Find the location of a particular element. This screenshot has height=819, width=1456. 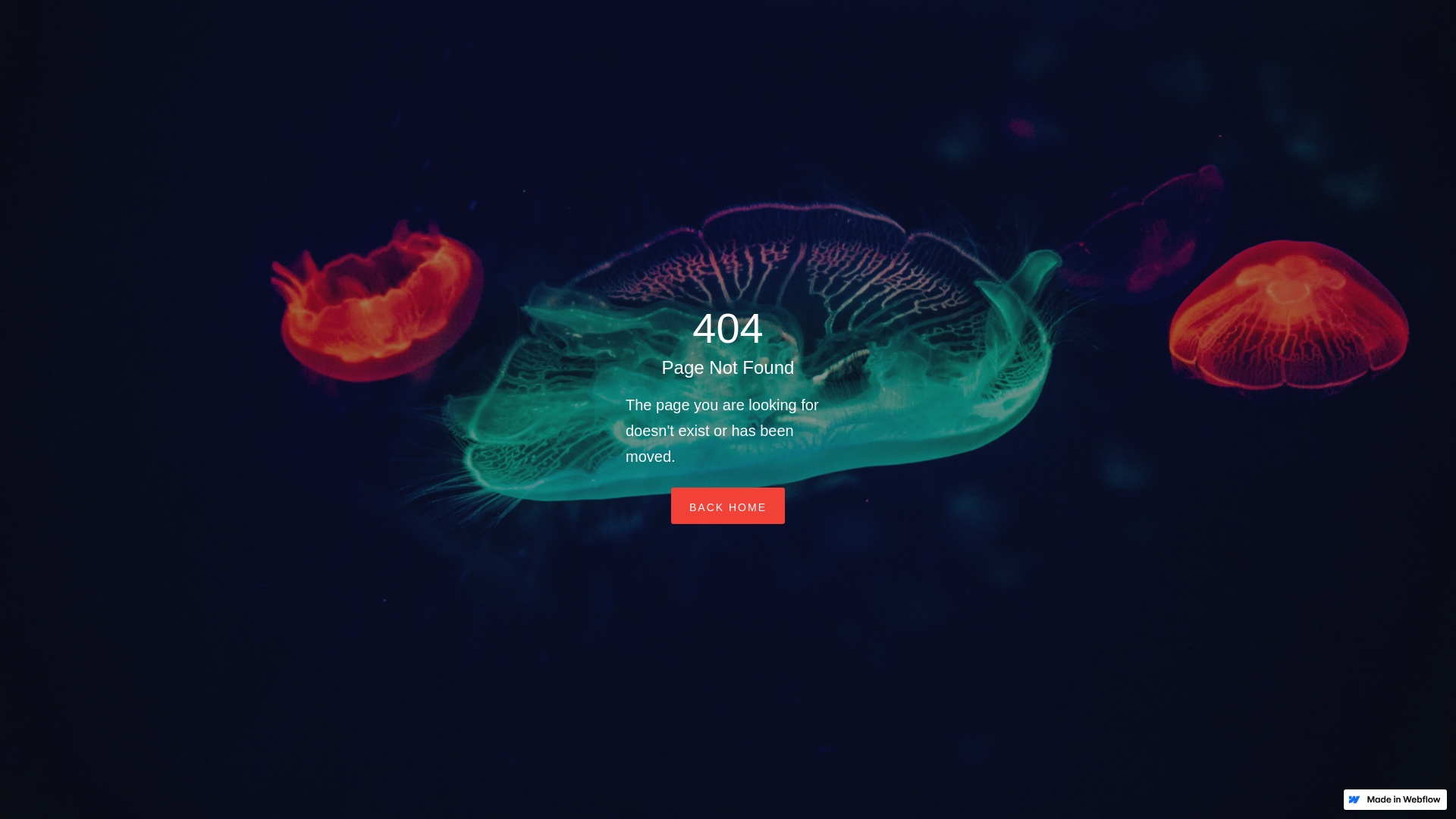

'BACK HOME' is located at coordinates (728, 506).